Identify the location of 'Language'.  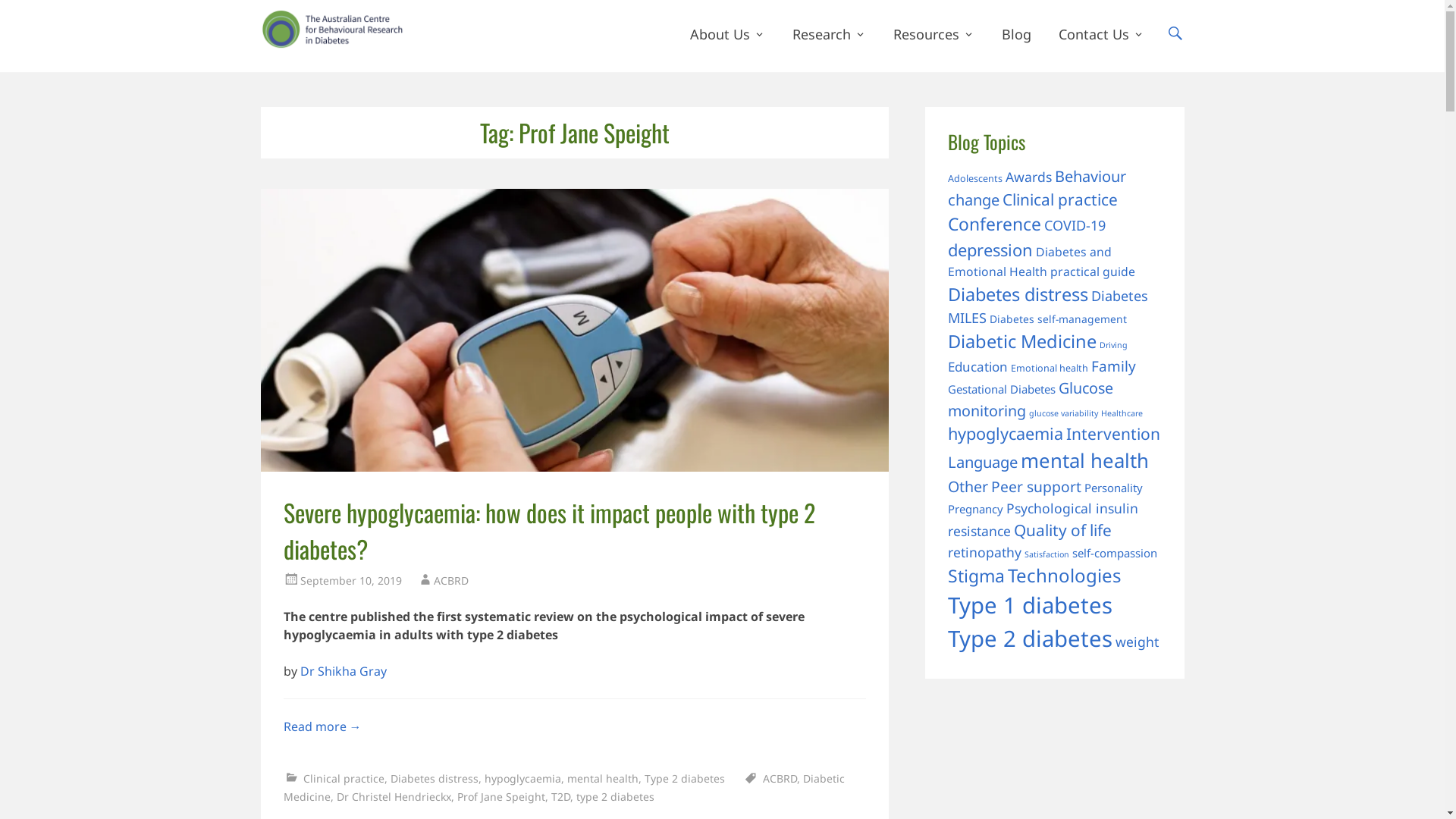
(983, 461).